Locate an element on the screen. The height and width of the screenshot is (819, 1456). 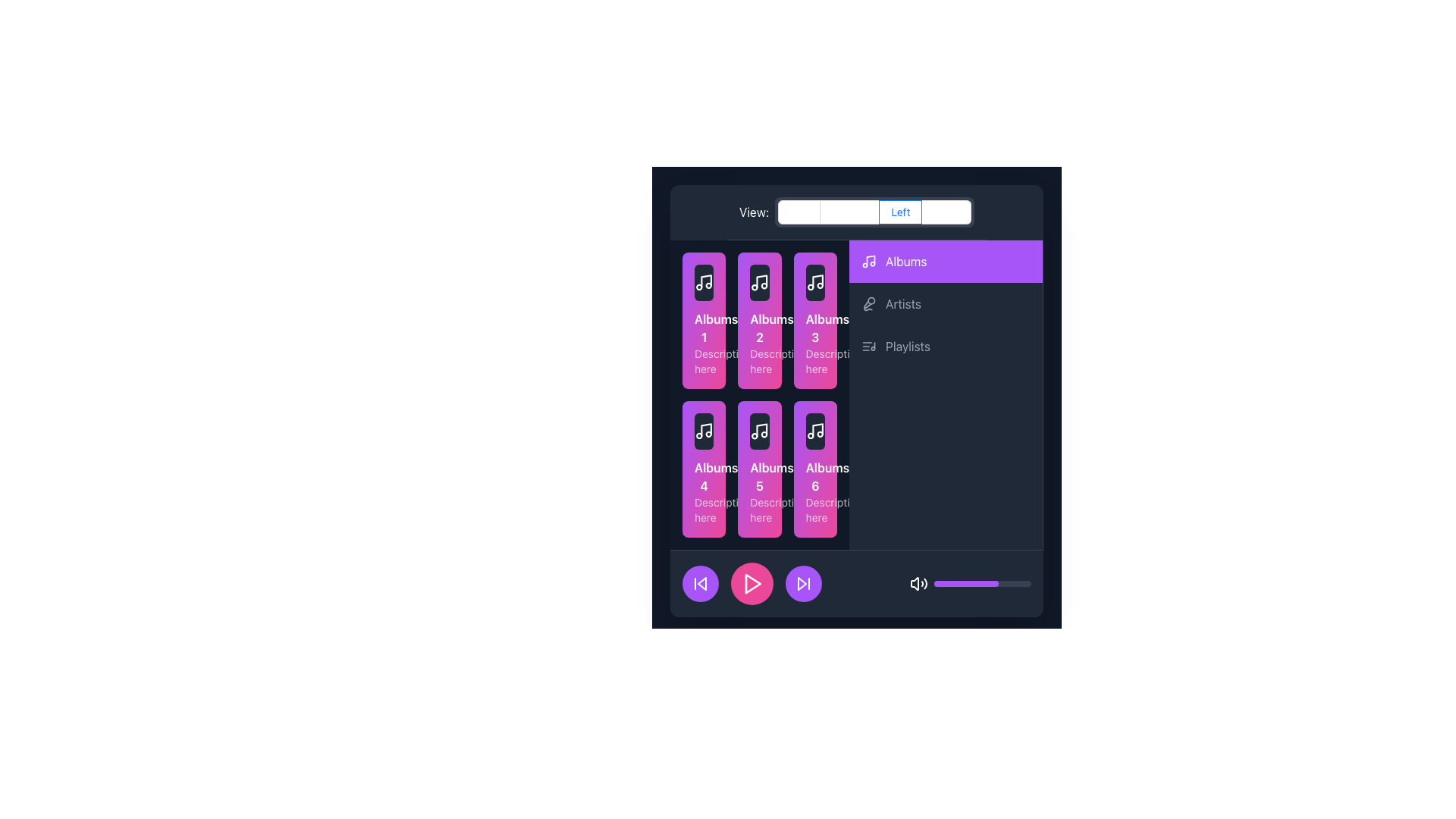
the volume is located at coordinates (986, 583).